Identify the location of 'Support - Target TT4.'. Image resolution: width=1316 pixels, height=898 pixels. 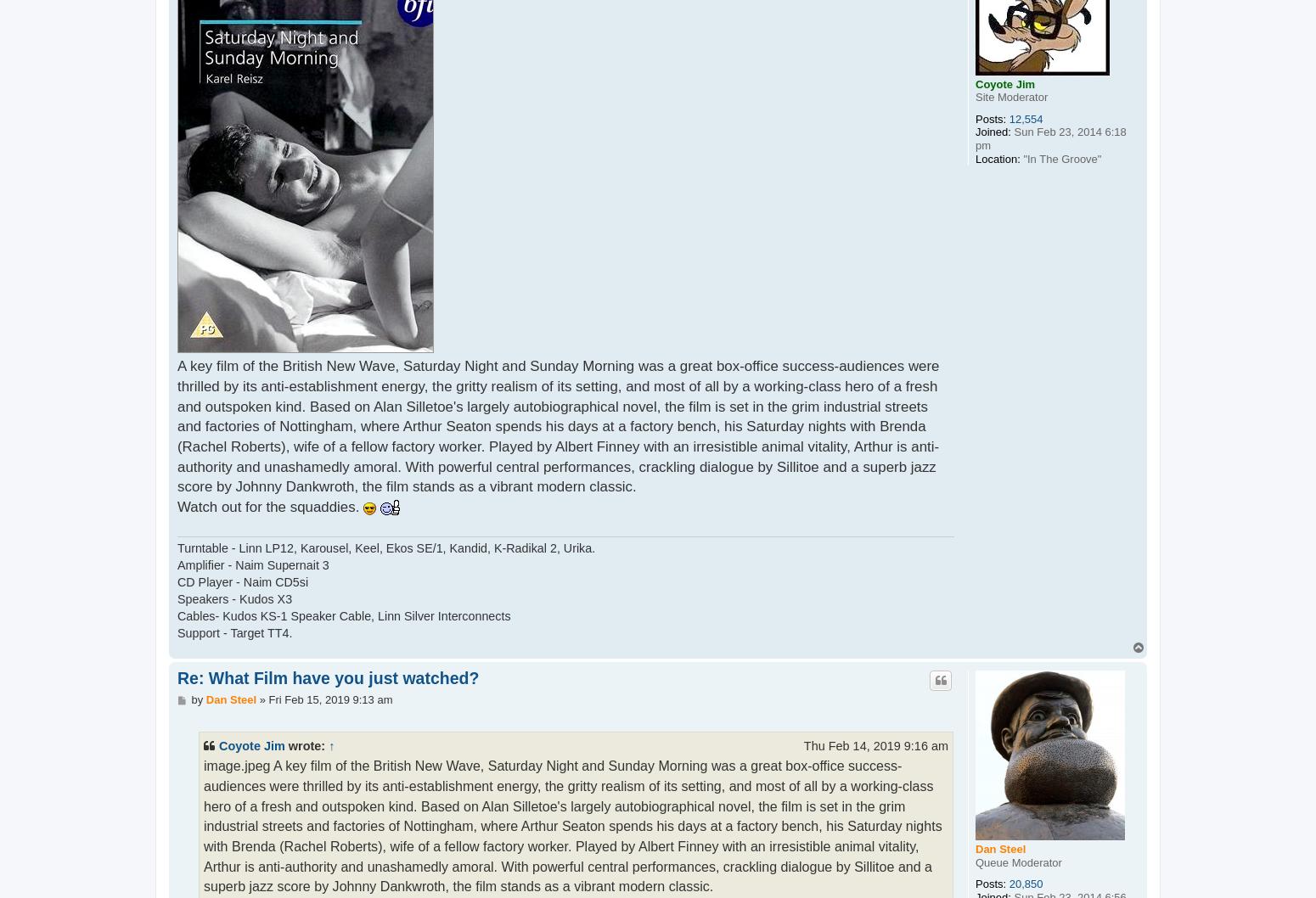
(176, 632).